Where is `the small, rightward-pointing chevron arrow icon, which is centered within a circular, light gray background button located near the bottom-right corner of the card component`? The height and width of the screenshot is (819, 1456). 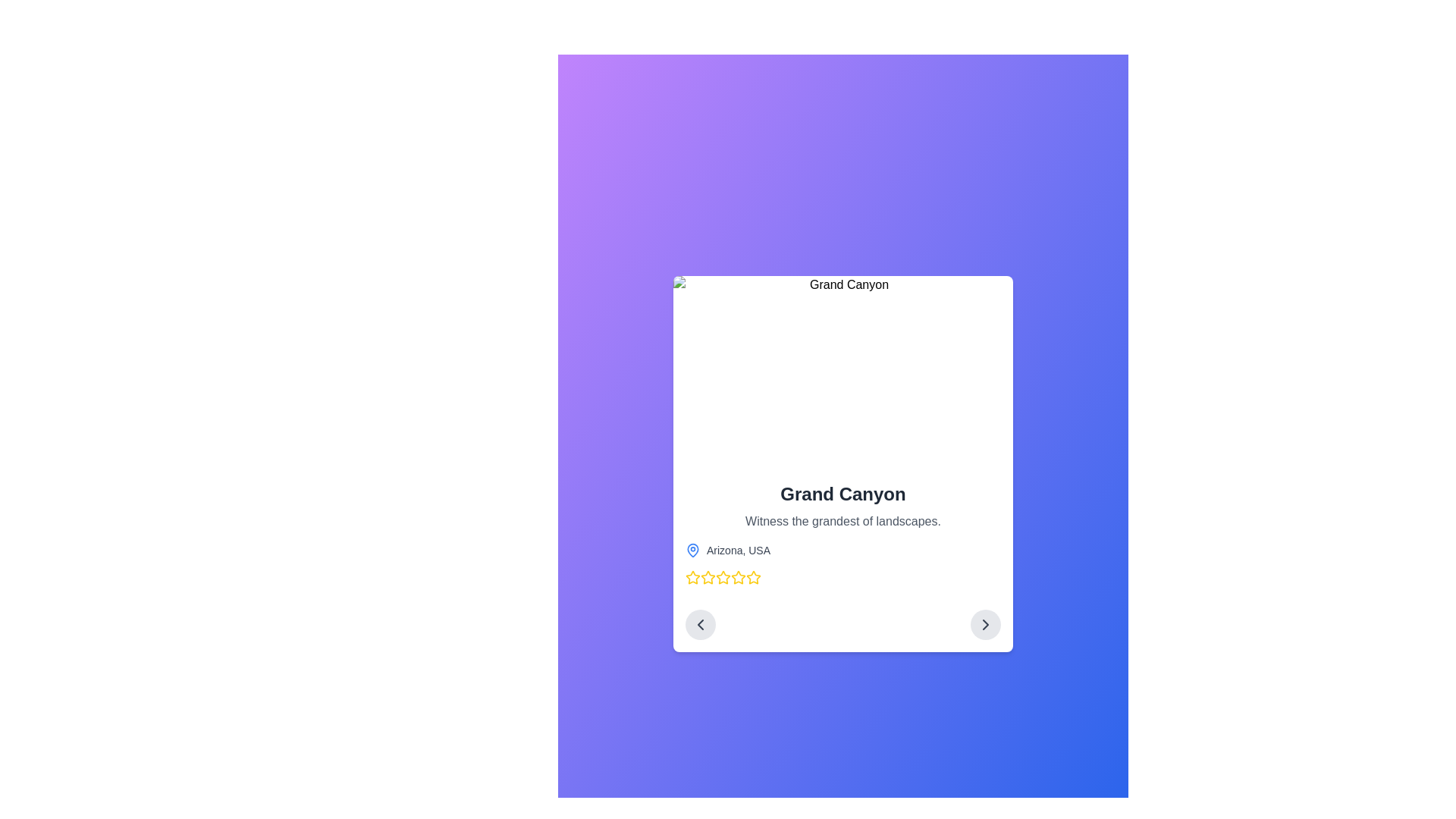 the small, rightward-pointing chevron arrow icon, which is centered within a circular, light gray background button located near the bottom-right corner of the card component is located at coordinates (986, 625).